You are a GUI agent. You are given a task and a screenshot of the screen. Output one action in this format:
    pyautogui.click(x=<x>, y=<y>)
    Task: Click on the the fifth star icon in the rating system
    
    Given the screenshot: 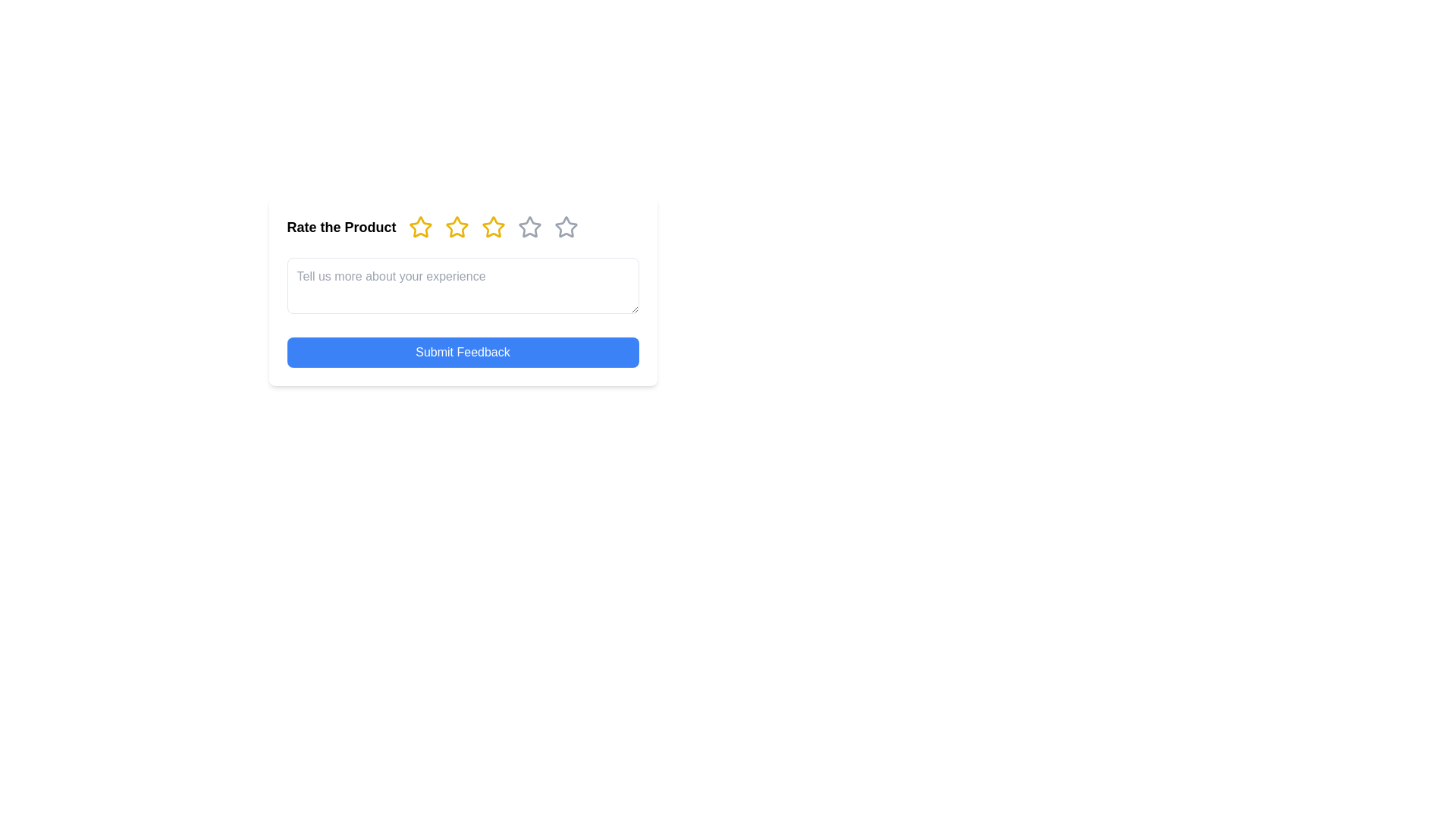 What is the action you would take?
    pyautogui.click(x=565, y=227)
    